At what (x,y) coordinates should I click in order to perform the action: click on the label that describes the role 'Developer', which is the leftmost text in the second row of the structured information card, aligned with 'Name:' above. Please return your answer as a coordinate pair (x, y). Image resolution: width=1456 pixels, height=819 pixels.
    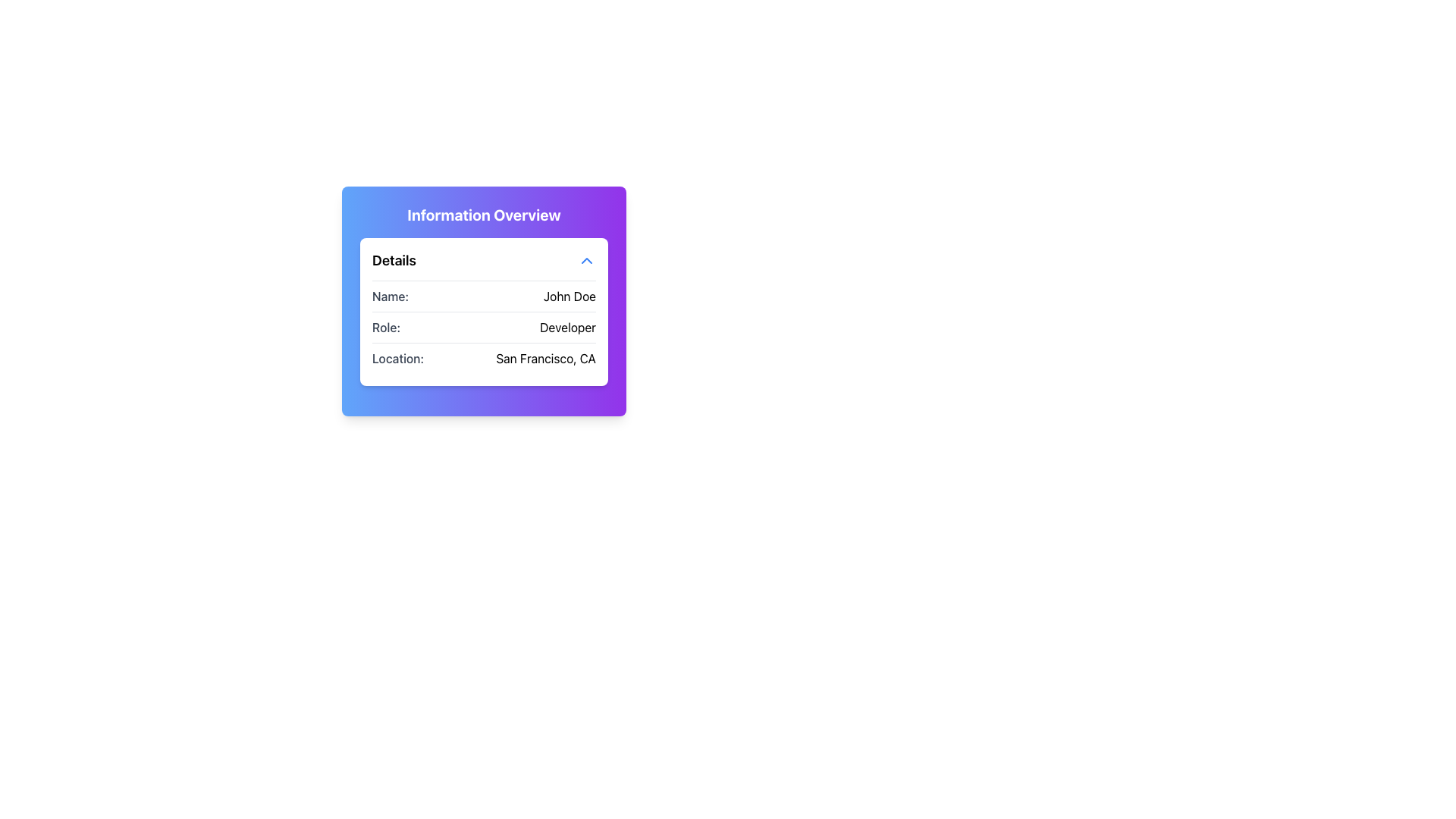
    Looking at the image, I should click on (386, 327).